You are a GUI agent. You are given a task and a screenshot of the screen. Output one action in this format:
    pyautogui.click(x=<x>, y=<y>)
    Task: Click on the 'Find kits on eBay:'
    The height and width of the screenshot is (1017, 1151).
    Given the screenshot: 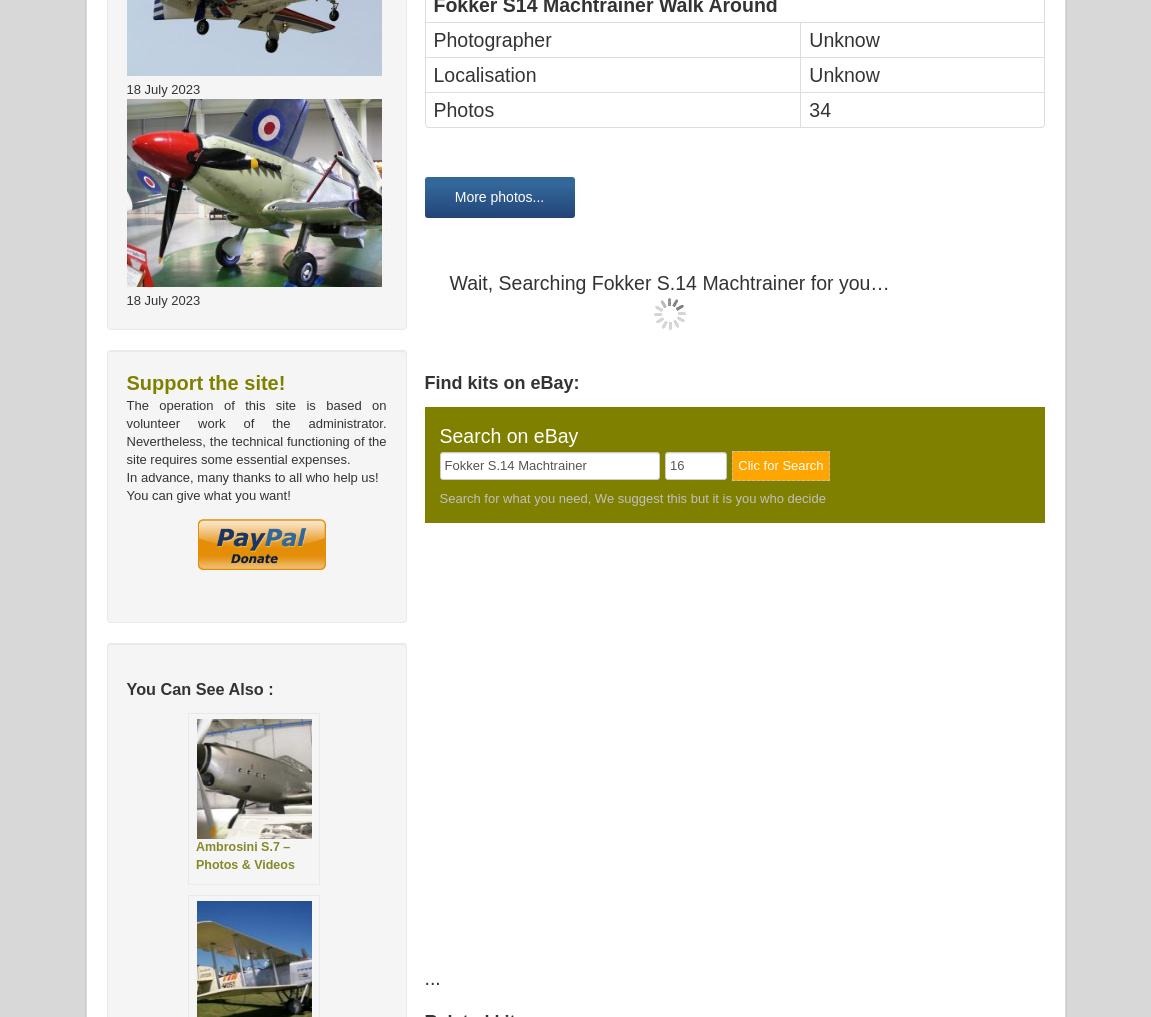 What is the action you would take?
    pyautogui.click(x=500, y=382)
    